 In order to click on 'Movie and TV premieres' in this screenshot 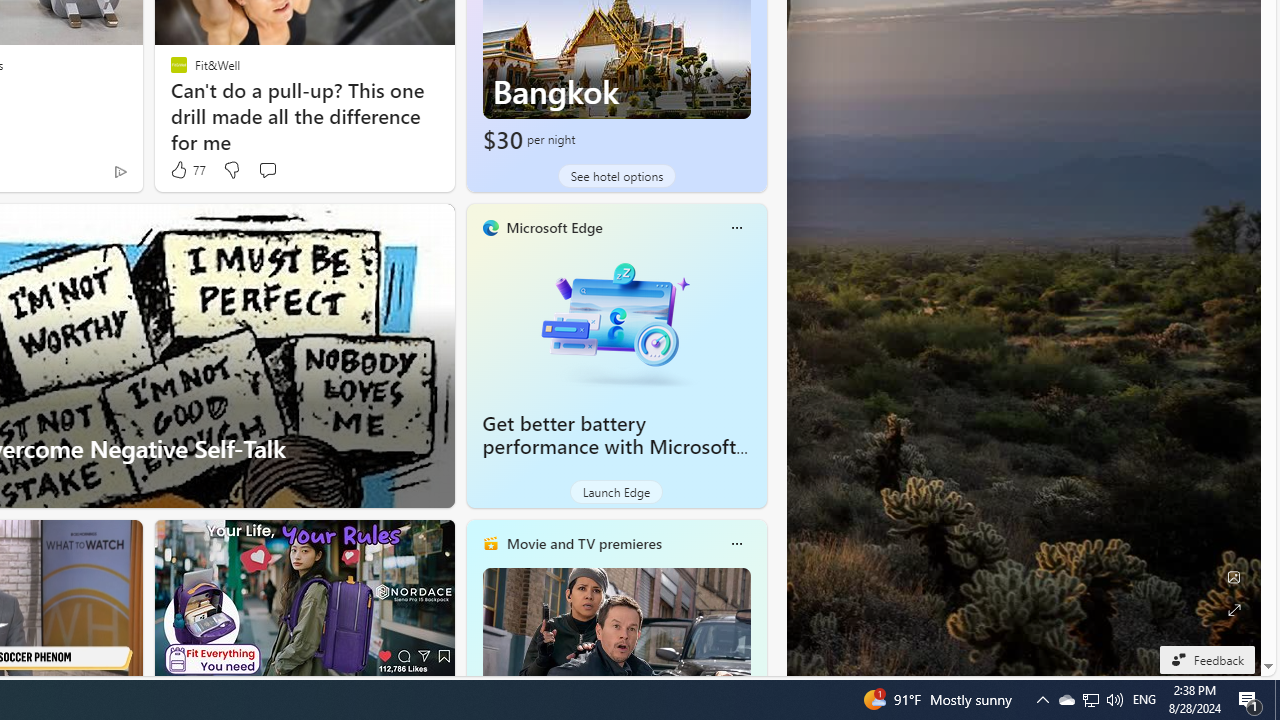, I will do `click(582, 543)`.